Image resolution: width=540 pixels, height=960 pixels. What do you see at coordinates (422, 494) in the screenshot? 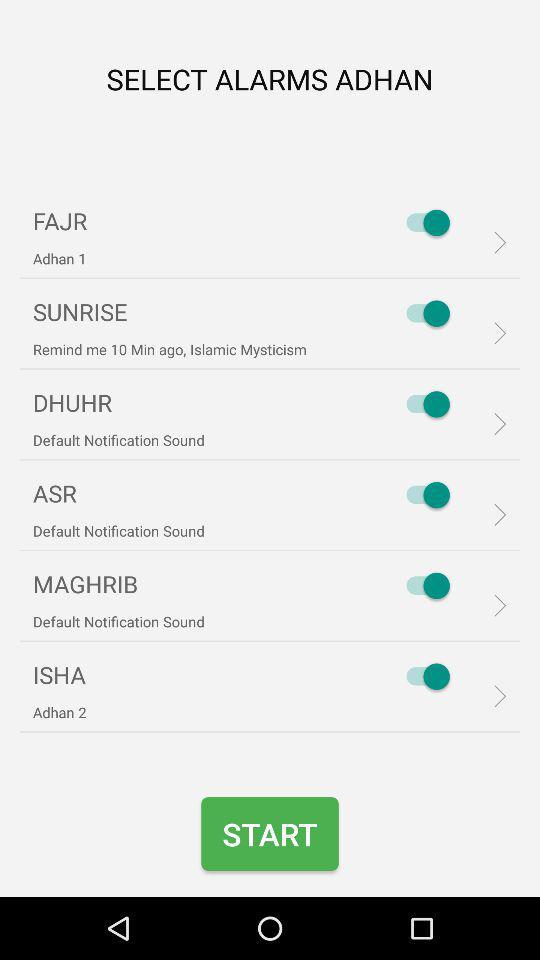
I see `the item next to the default notification sound item` at bounding box center [422, 494].